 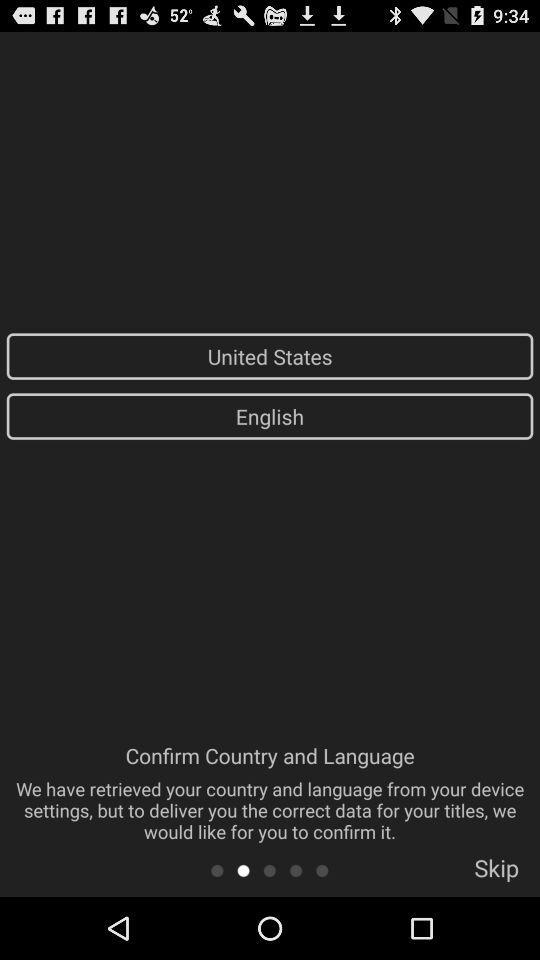 I want to click on the app below the confirm country and item, so click(x=322, y=869).